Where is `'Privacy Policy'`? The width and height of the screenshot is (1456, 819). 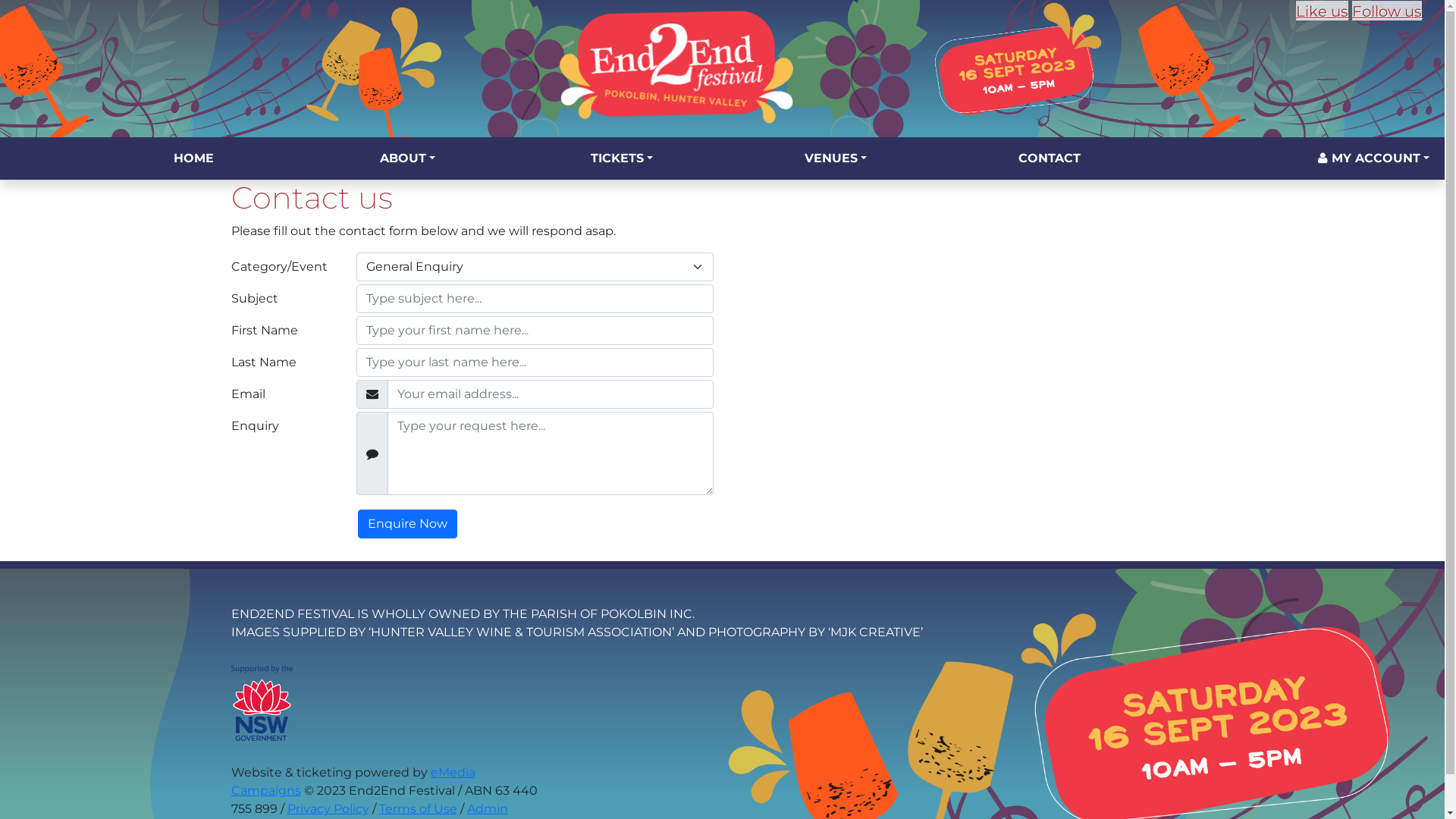
'Privacy Policy' is located at coordinates (327, 808).